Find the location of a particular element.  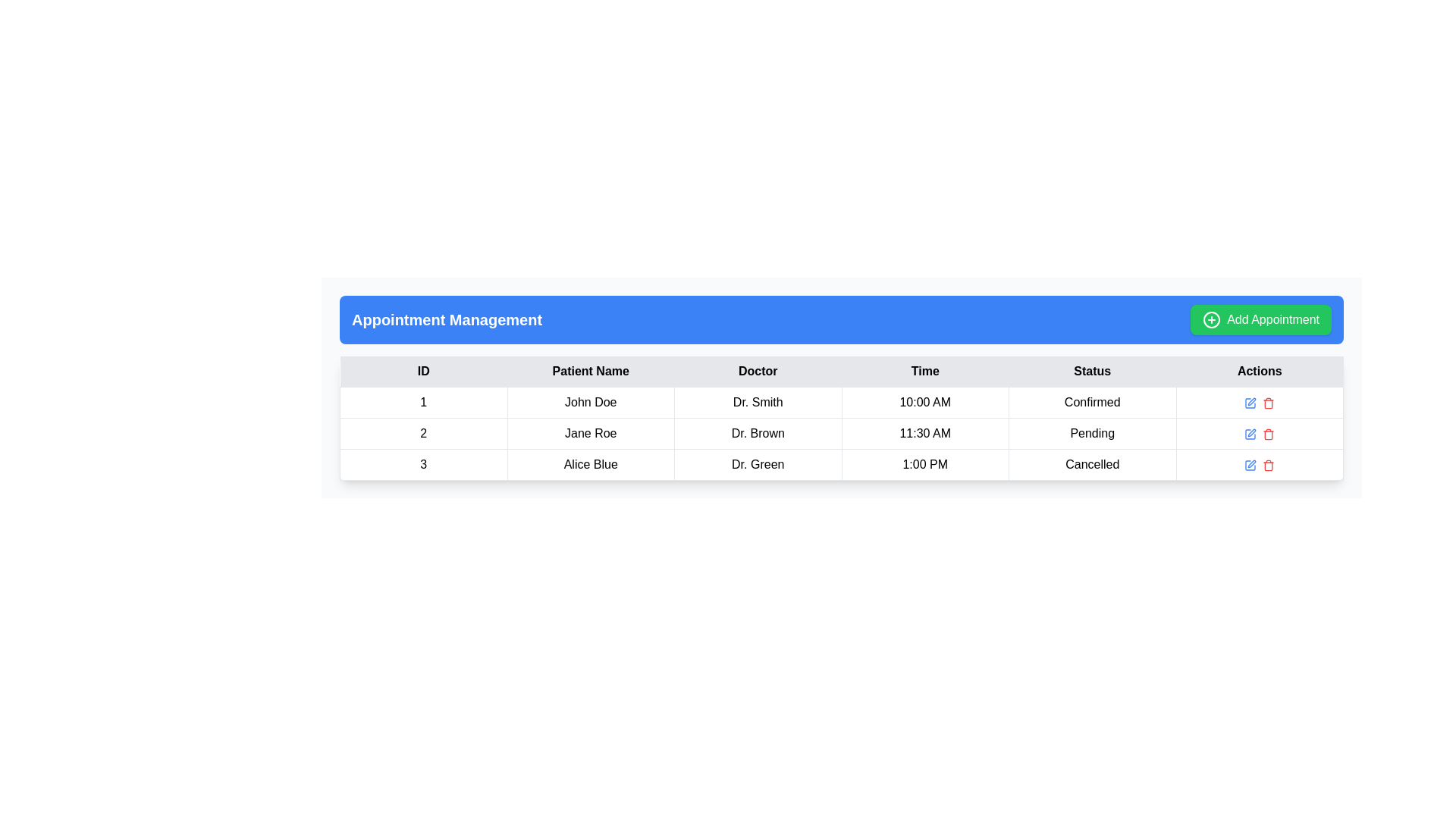

the second row in the table that contains the patient's name 'Jane Roe', doctor's name 'Dr. Brown', appointment time '11:30 AM', and status 'Pending' is located at coordinates (840, 433).